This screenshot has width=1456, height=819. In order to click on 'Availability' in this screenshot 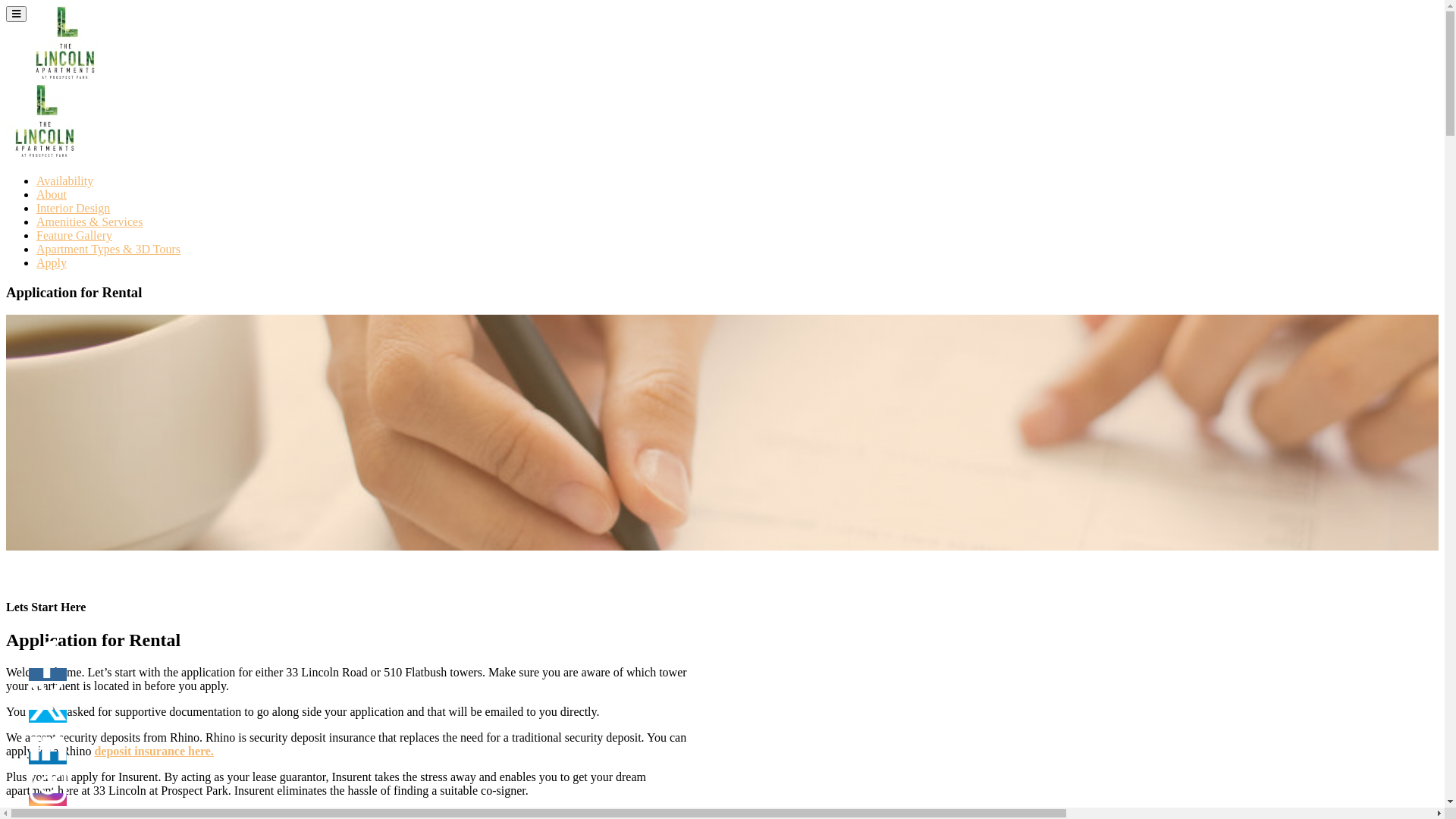, I will do `click(64, 180)`.